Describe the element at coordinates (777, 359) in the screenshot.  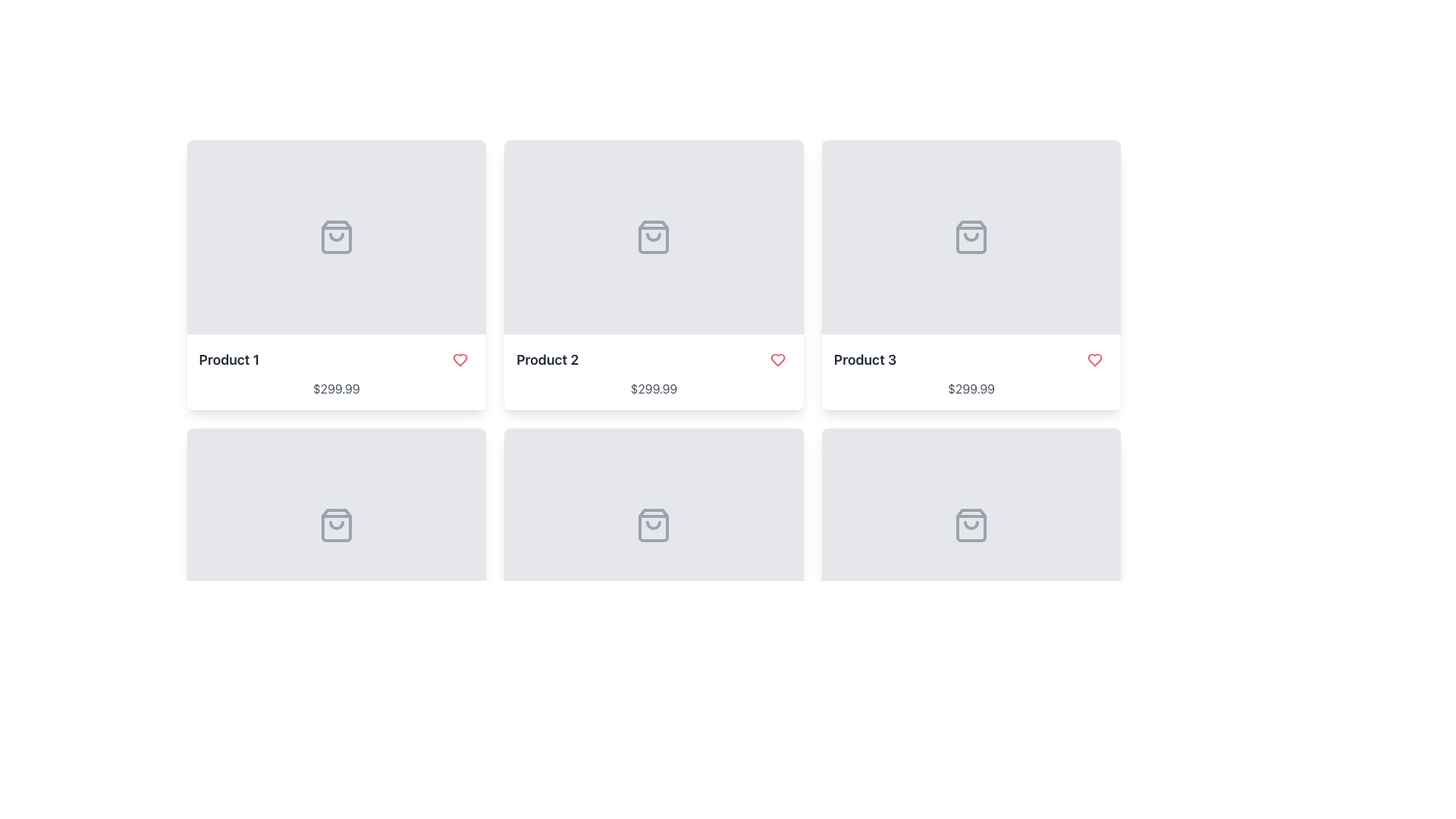
I see `the heart icon on the Like button to favorite 'Product 2', which is located to the right of the text 'Product 2' and above the price '$299.99' in the second product card` at that location.